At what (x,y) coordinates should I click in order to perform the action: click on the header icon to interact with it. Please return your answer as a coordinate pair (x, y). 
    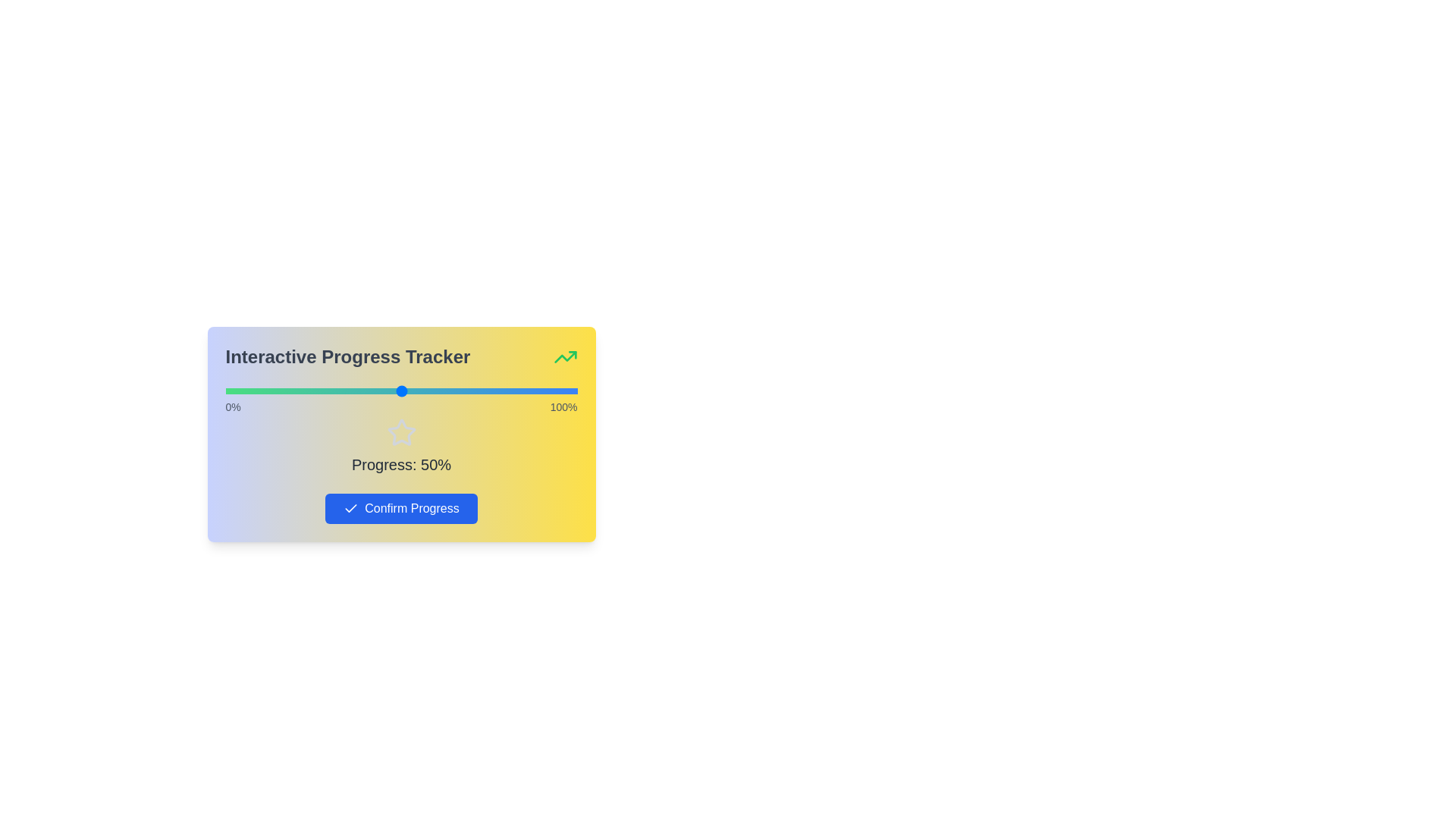
    Looking at the image, I should click on (564, 356).